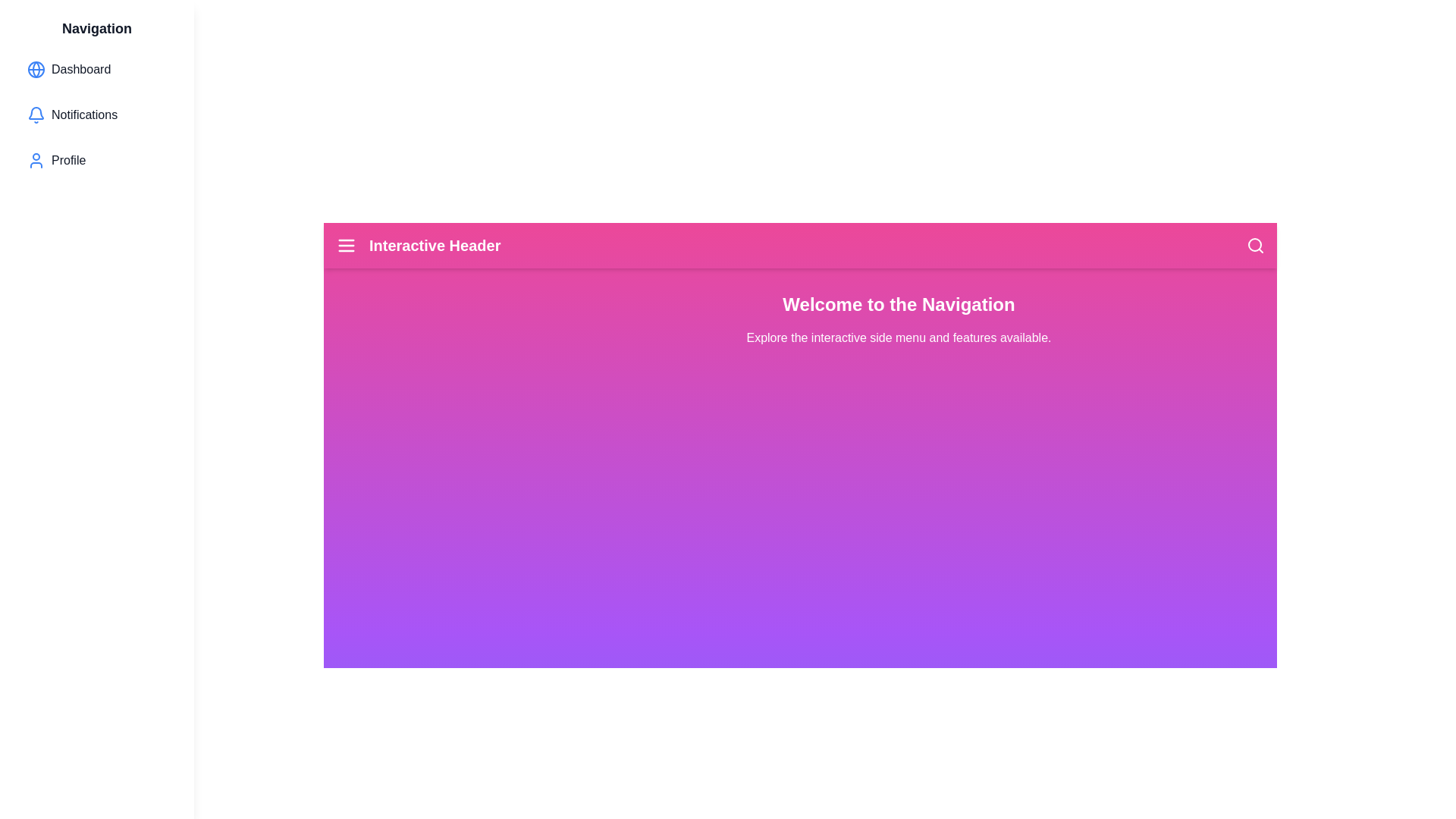 The width and height of the screenshot is (1456, 819). What do you see at coordinates (345, 245) in the screenshot?
I see `the menu icon to toggle the sidebar visibility` at bounding box center [345, 245].